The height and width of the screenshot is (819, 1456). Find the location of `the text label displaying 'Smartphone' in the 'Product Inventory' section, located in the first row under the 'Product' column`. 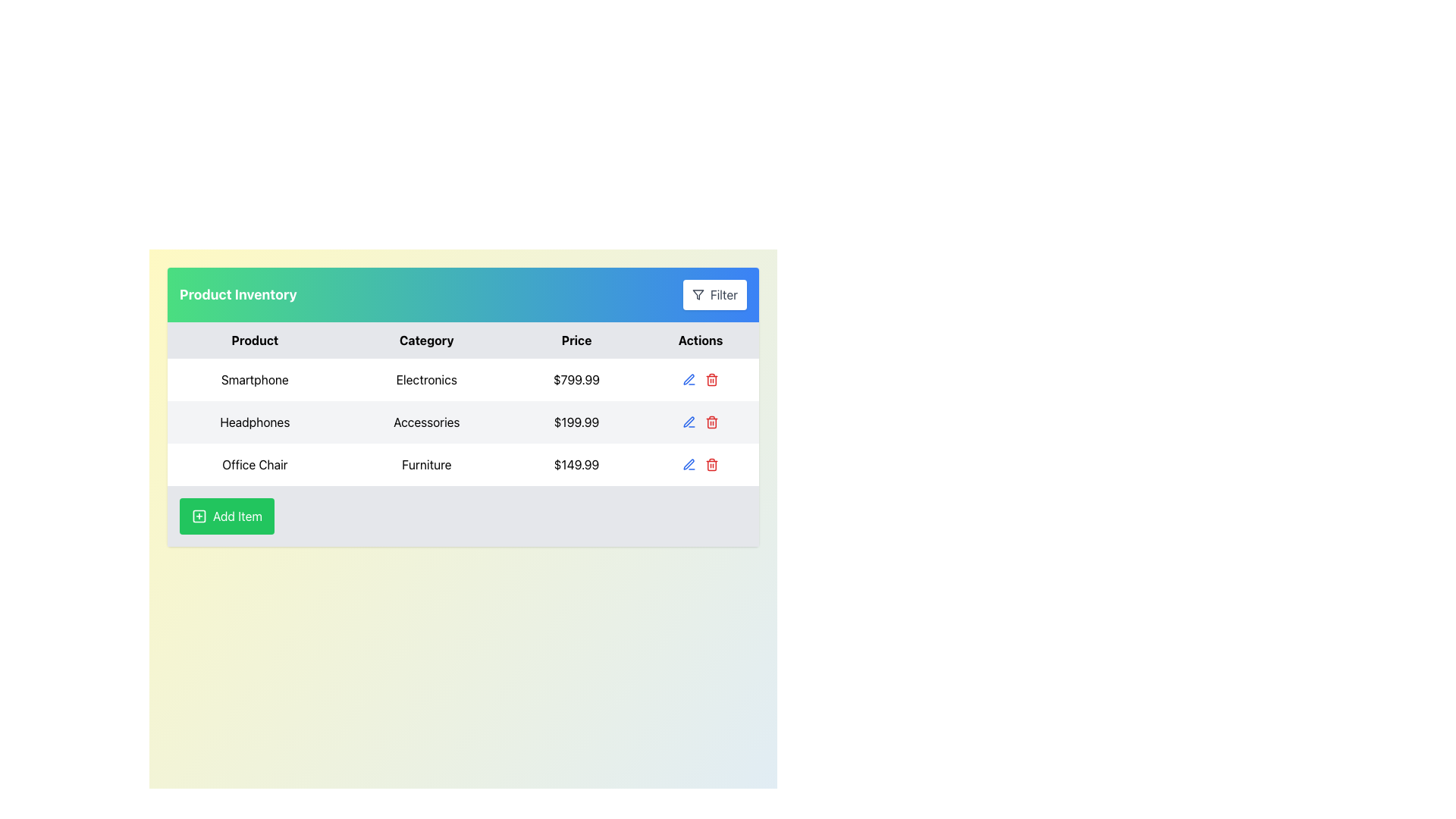

the text label displaying 'Smartphone' in the 'Product Inventory' section, located in the first row under the 'Product' column is located at coordinates (255, 379).